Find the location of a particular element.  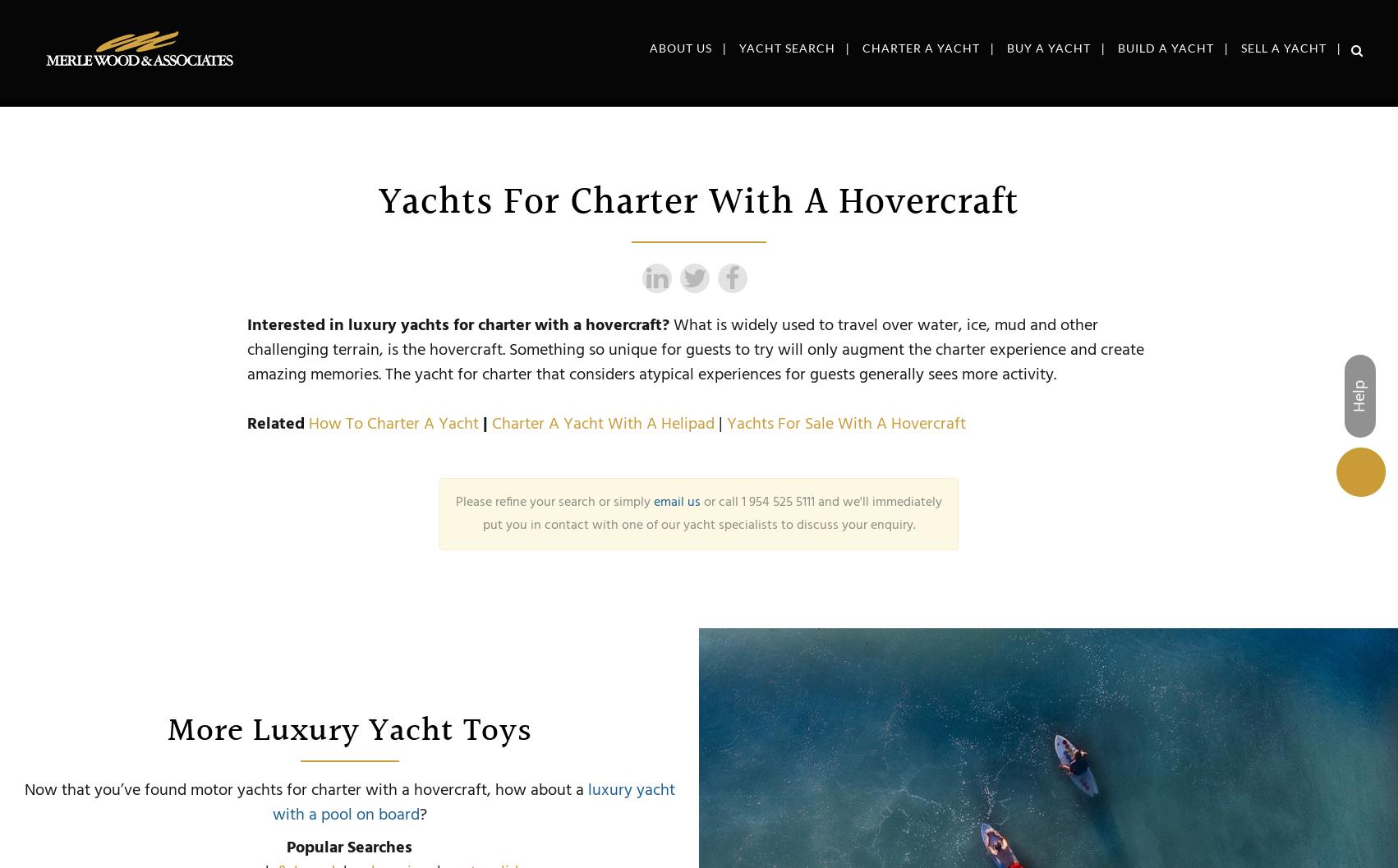

'Charter A Yacht With A Helipad' is located at coordinates (602, 424).